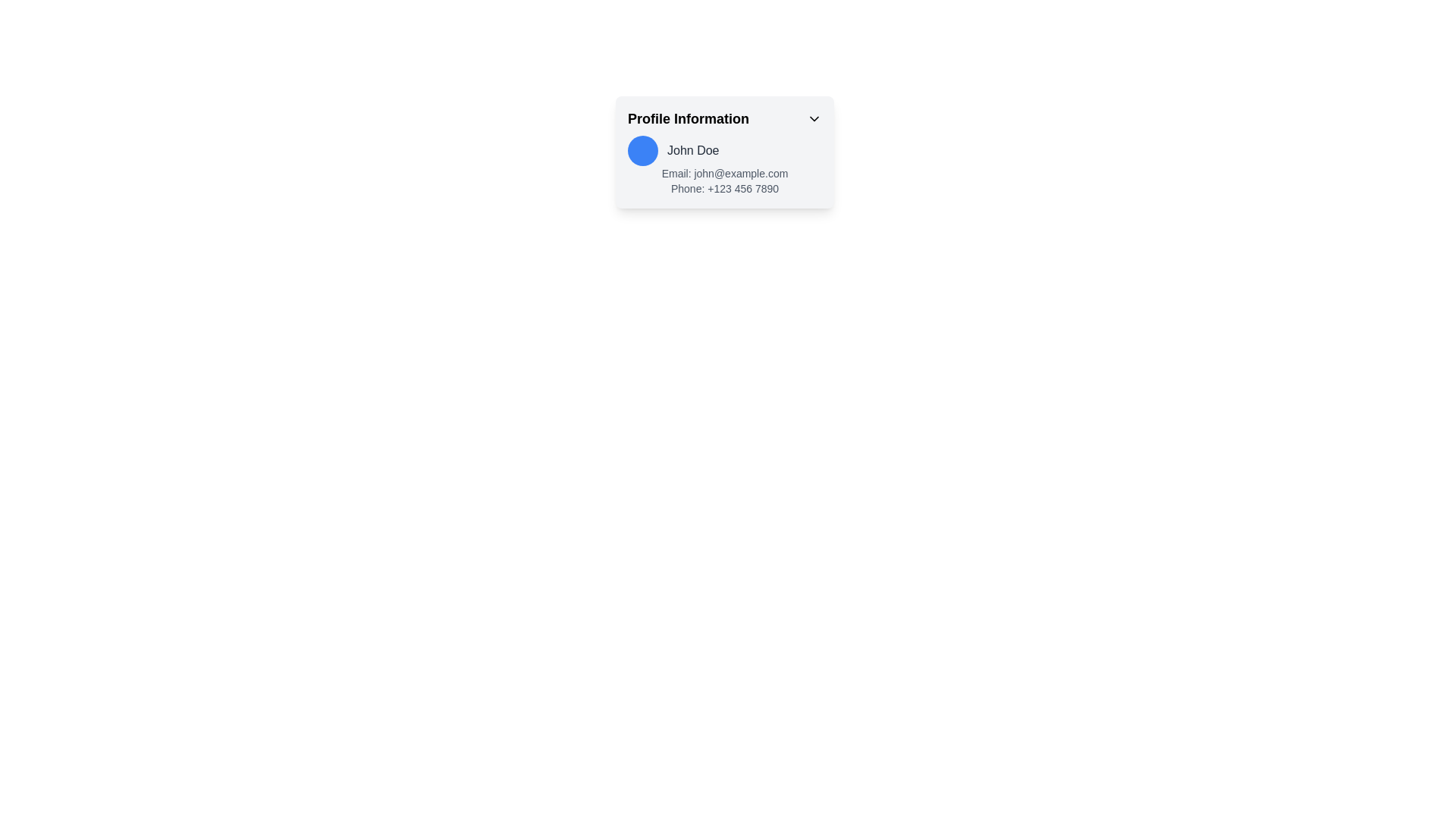 The width and height of the screenshot is (1456, 819). Describe the element at coordinates (814, 118) in the screenshot. I see `the downward-pointing chevron icon next to 'Profile Information'` at that location.